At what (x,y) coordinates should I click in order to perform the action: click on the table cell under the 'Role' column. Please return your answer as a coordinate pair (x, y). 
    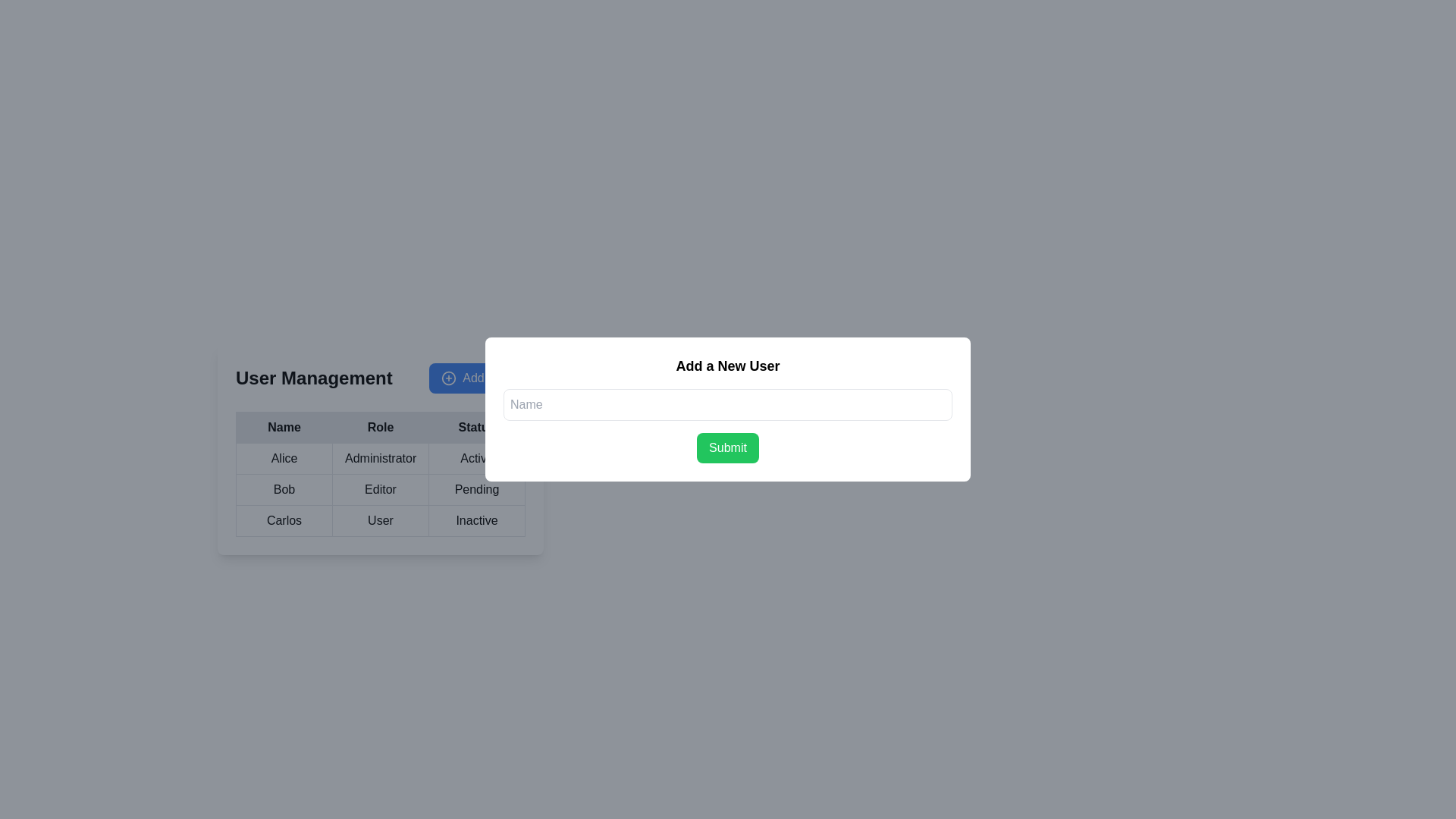
    Looking at the image, I should click on (381, 512).